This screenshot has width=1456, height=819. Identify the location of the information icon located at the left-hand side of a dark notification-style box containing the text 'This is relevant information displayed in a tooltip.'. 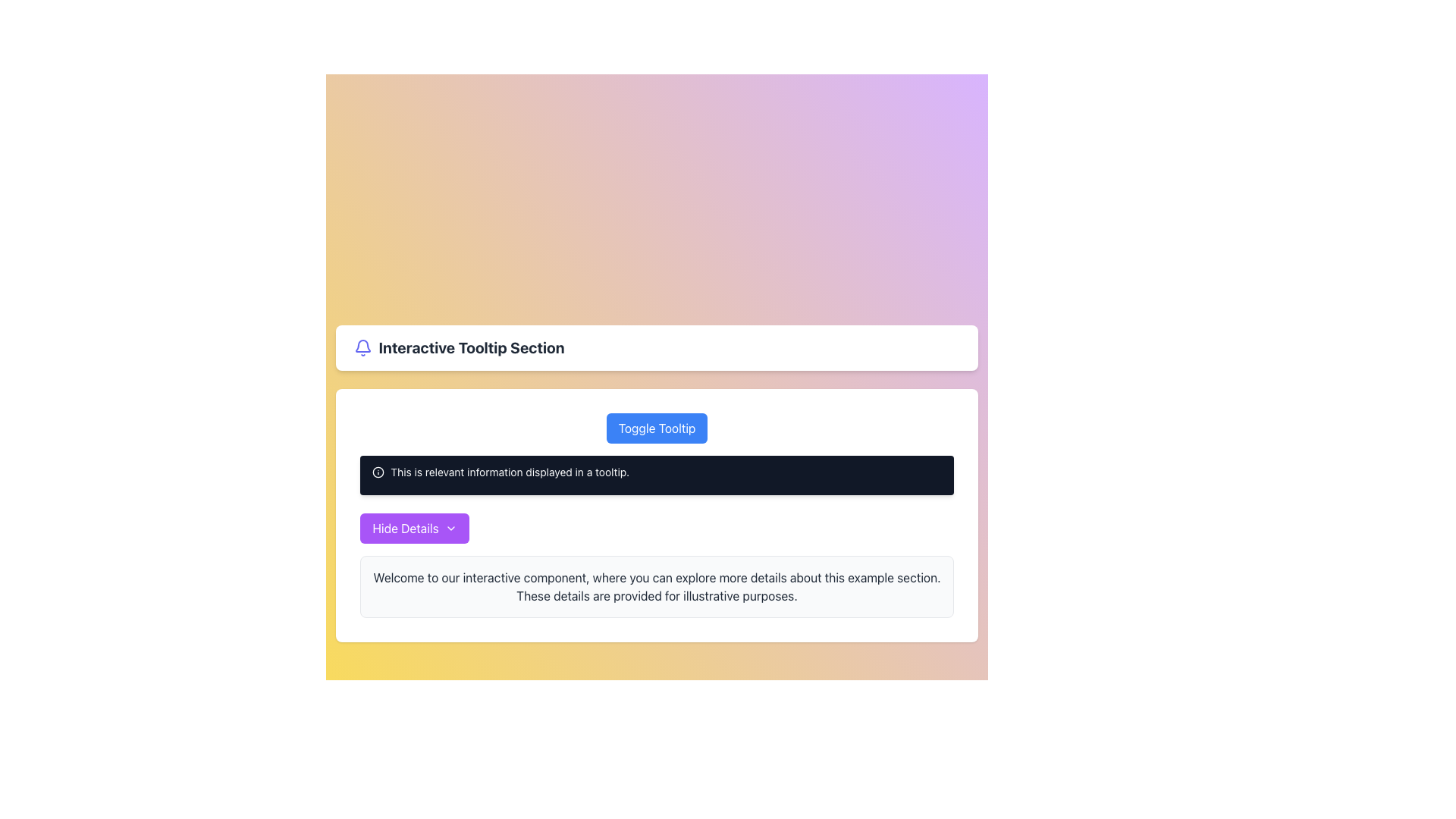
(378, 472).